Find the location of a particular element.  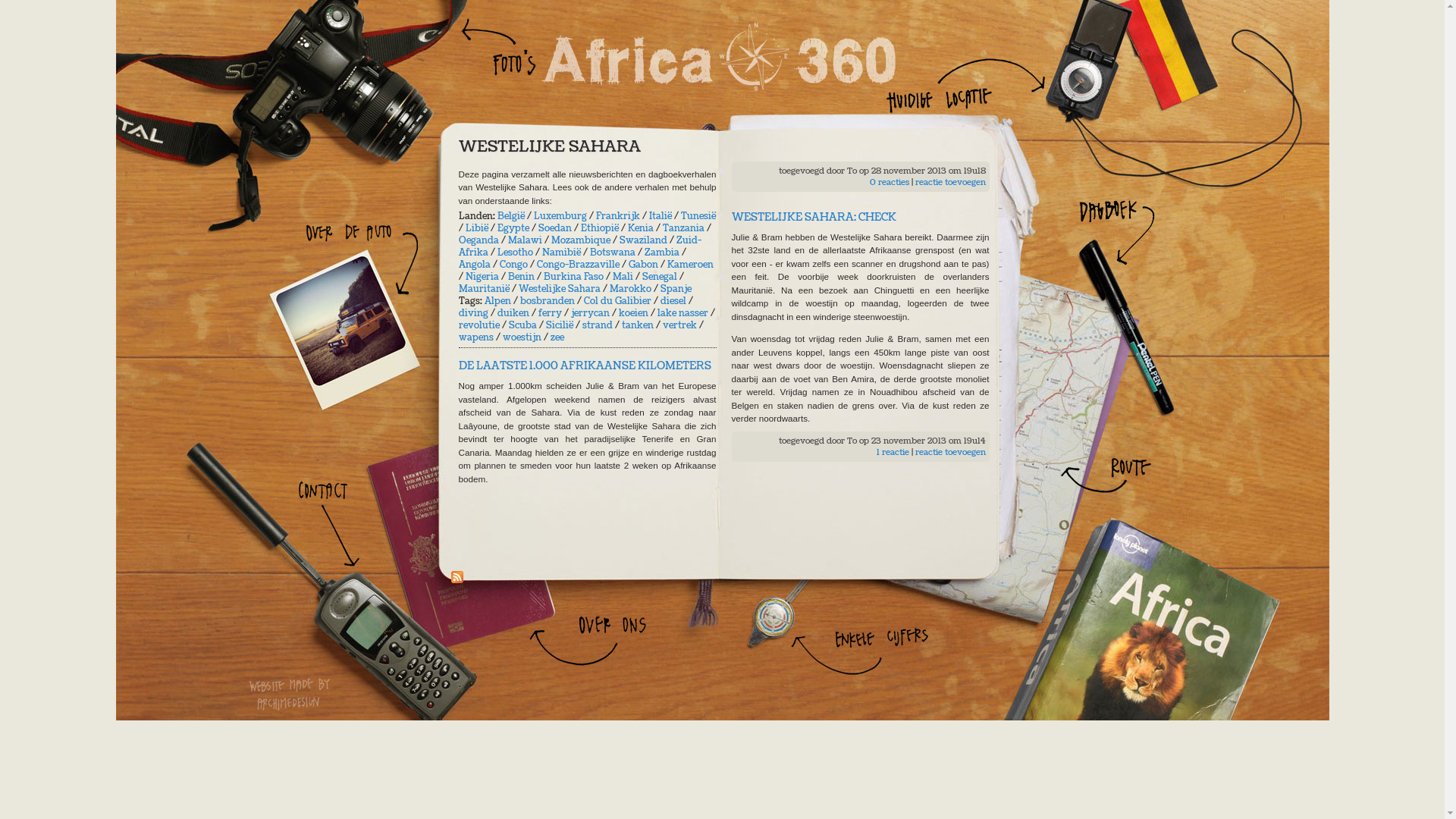

'Soedan' is located at coordinates (554, 227).